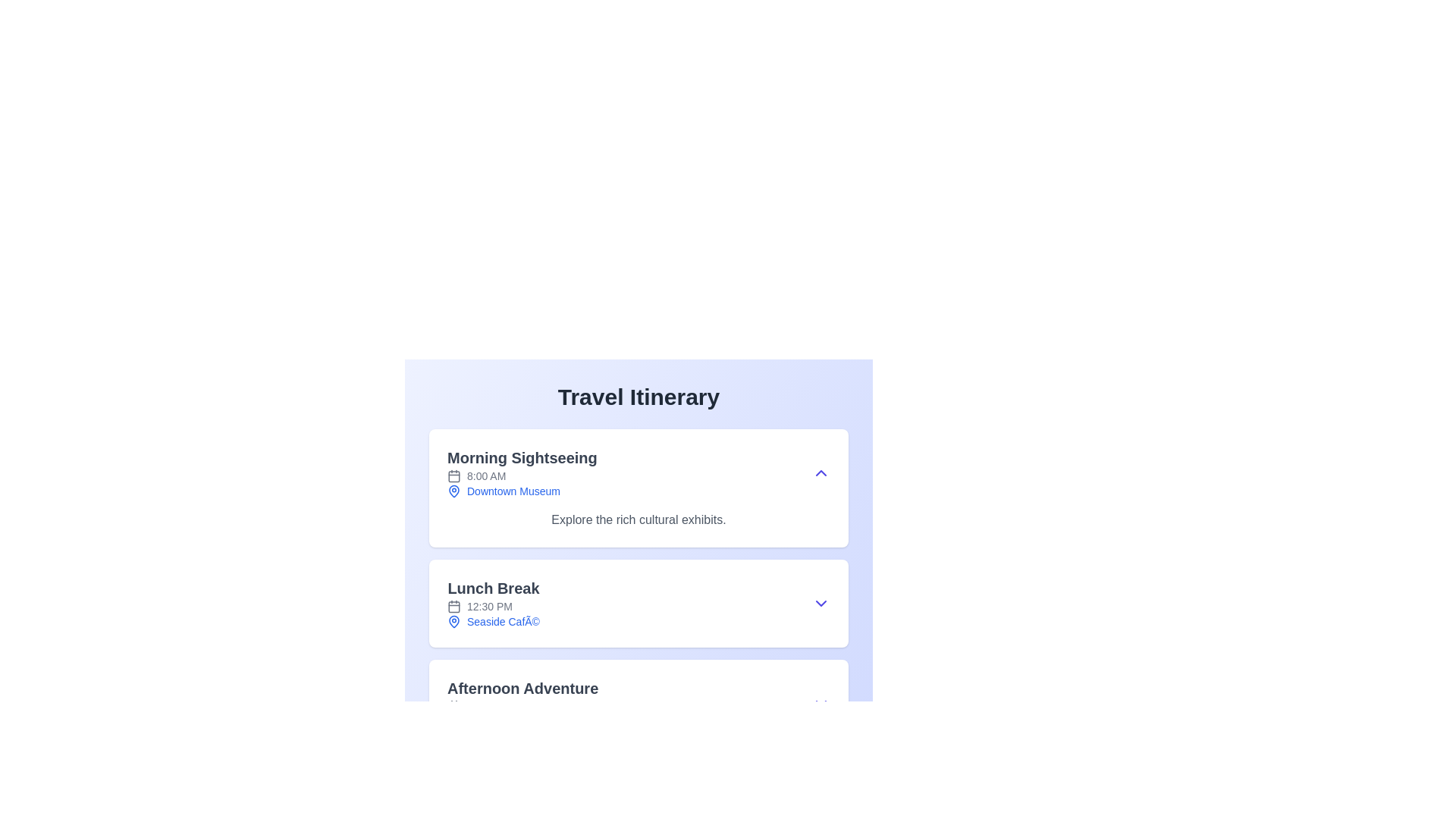 This screenshot has width=1456, height=819. What do you see at coordinates (639, 602) in the screenshot?
I see `the location in the Information display section of the Travel Itinerary, which is the second entry after 'Morning Sightseeing' and before 'Afternoon Adventure'` at bounding box center [639, 602].